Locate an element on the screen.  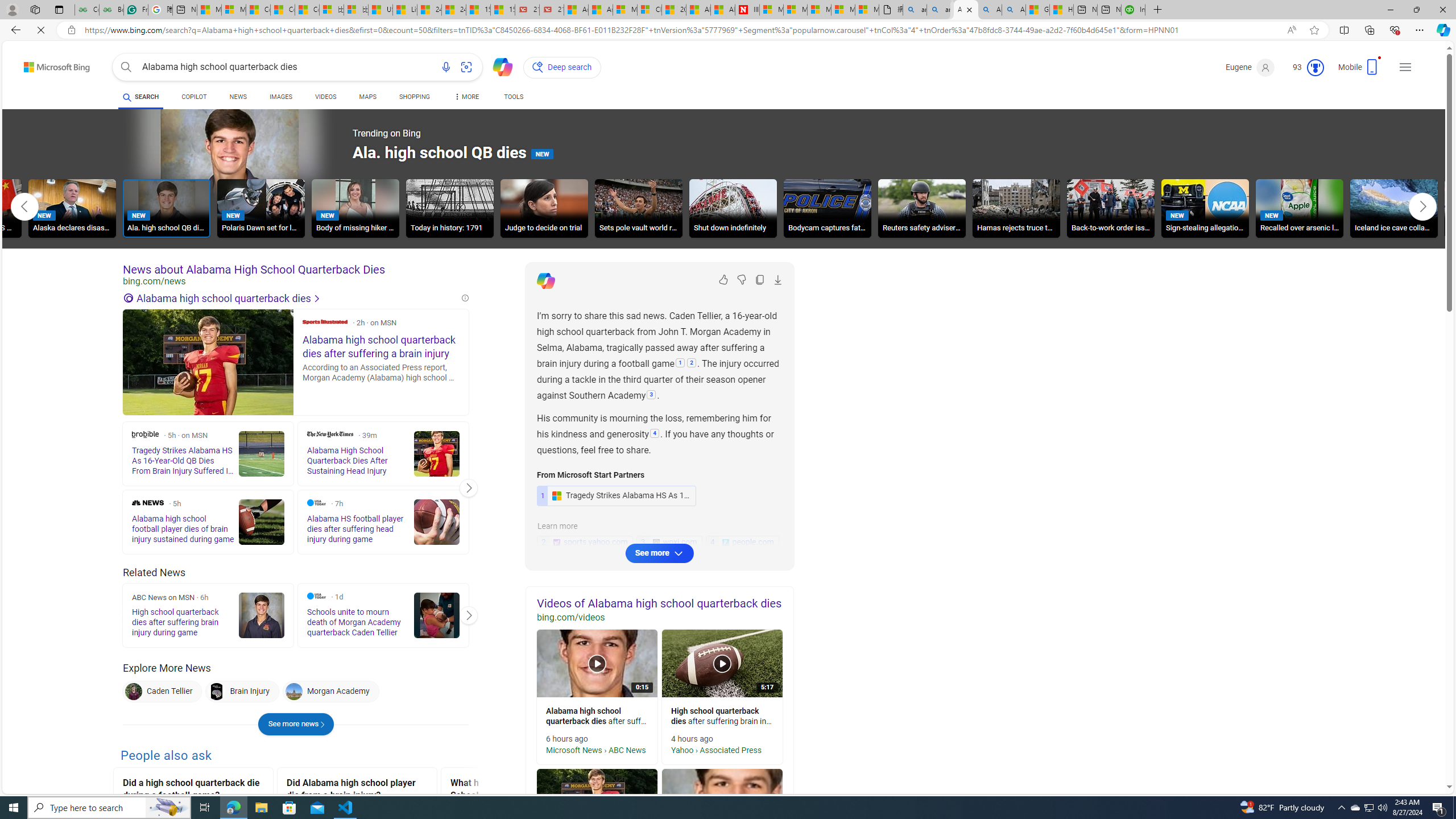
'Lifestyle - MSN' is located at coordinates (404, 9).